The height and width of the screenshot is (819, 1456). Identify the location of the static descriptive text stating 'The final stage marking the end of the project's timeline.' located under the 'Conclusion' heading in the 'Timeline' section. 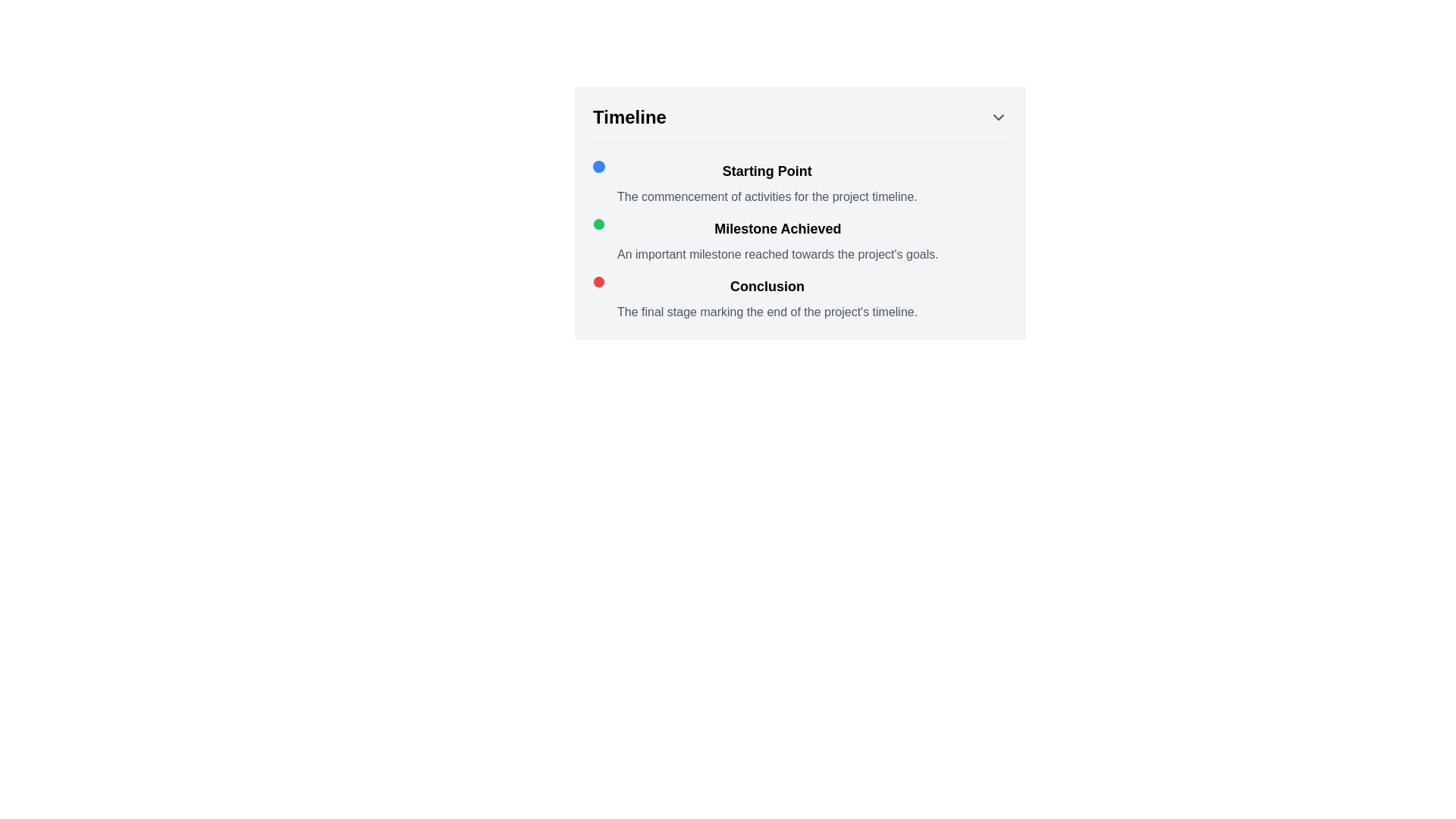
(767, 312).